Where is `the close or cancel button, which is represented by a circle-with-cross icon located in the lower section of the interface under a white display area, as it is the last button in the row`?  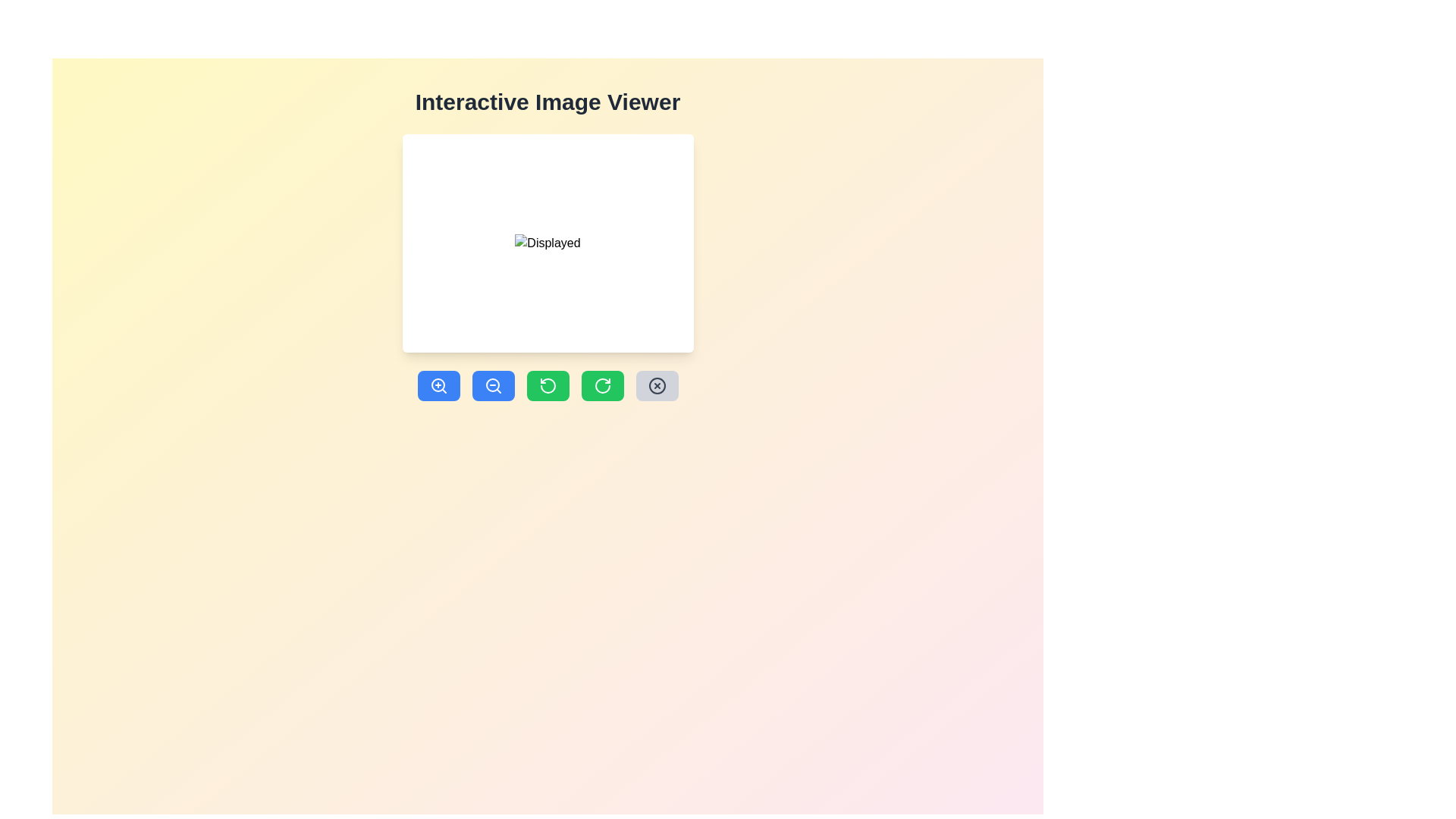 the close or cancel button, which is represented by a circle-with-cross icon located in the lower section of the interface under a white display area, as it is the last button in the row is located at coordinates (657, 385).